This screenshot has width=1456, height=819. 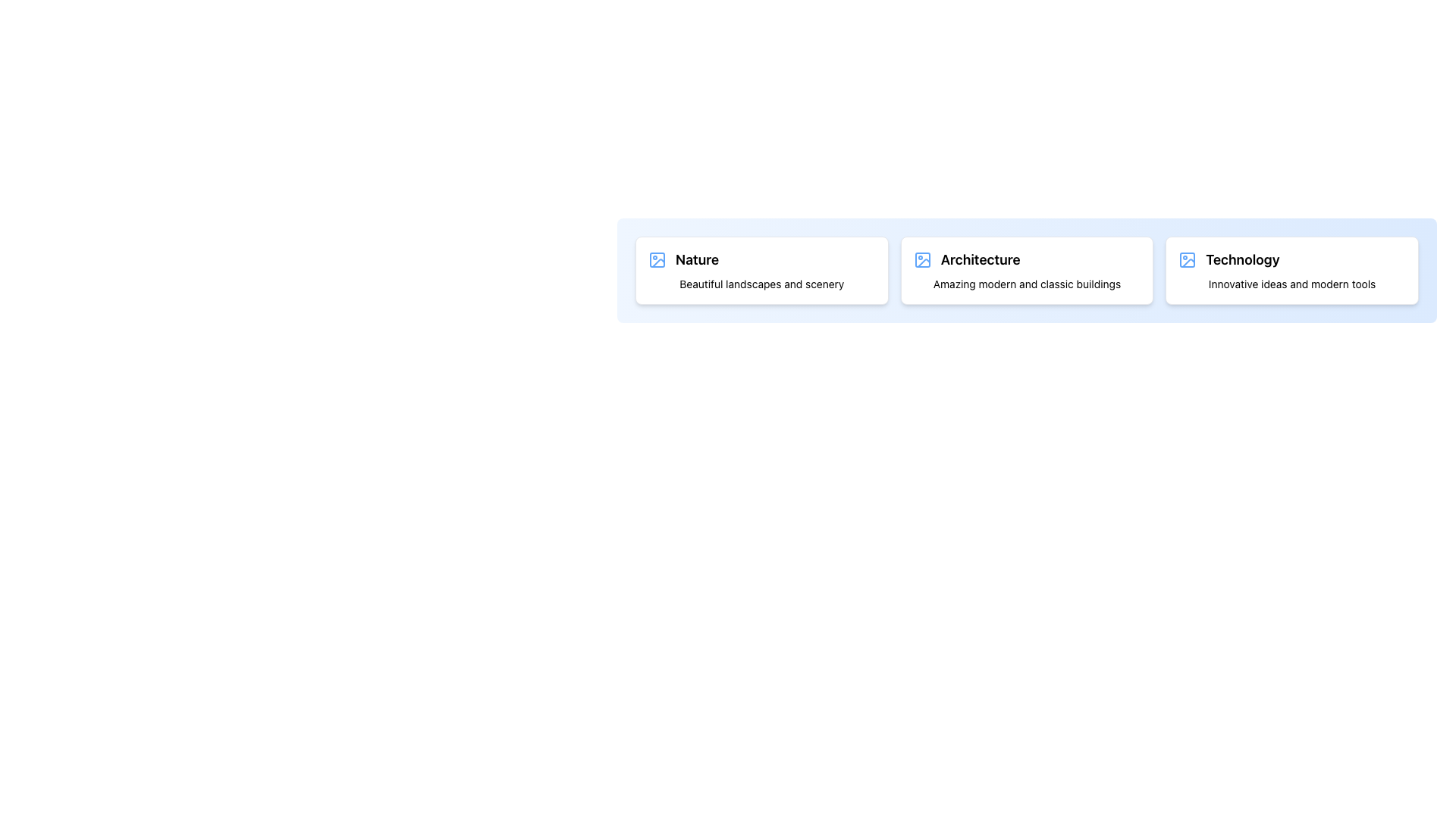 What do you see at coordinates (1027, 284) in the screenshot?
I see `the text label displaying 'Amazing modern and classic buildings' within the 'Architecture' card` at bounding box center [1027, 284].